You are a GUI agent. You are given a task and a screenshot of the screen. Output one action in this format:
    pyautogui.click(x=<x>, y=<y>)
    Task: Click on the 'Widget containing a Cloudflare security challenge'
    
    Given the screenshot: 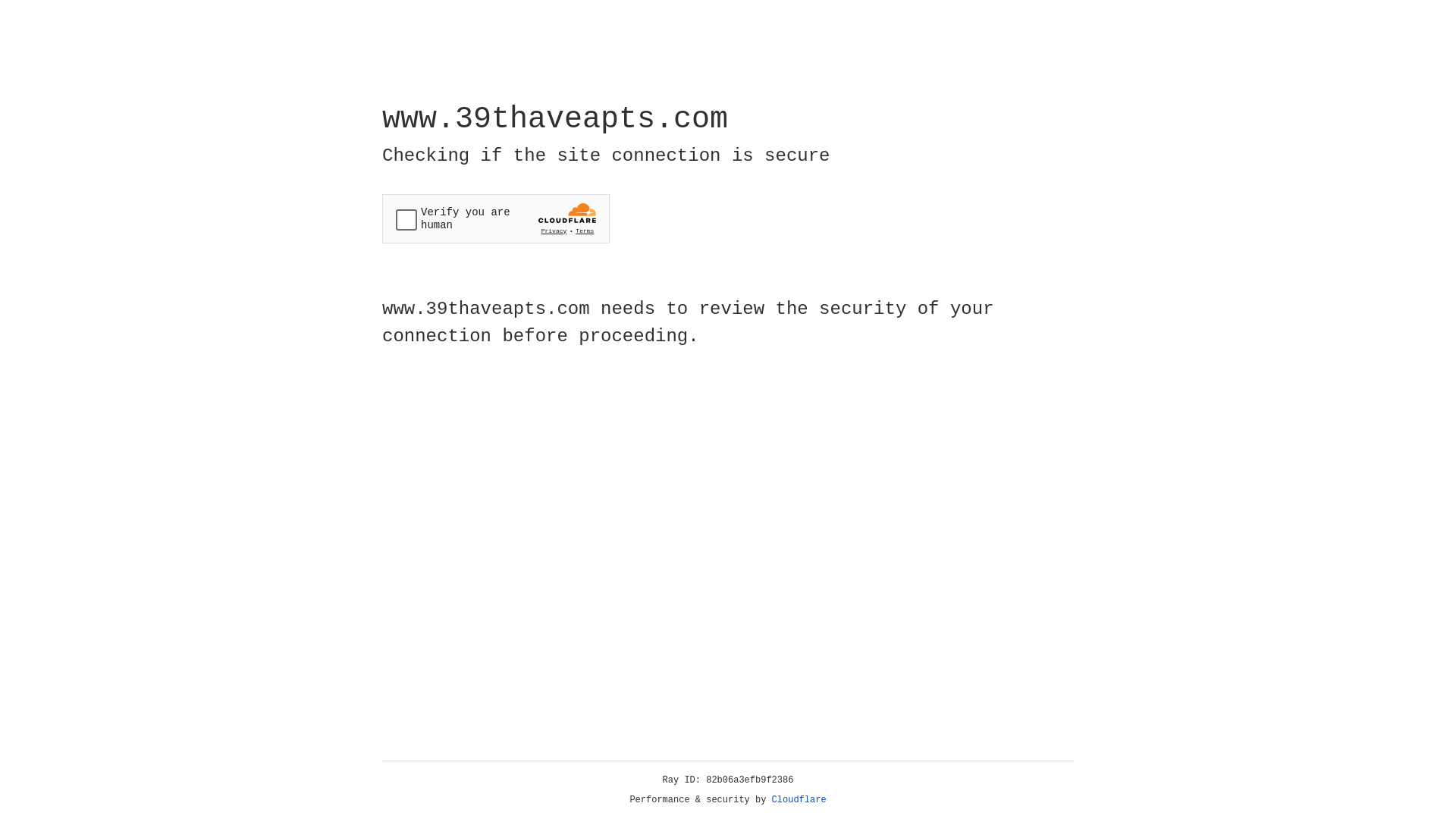 What is the action you would take?
    pyautogui.click(x=495, y=218)
    